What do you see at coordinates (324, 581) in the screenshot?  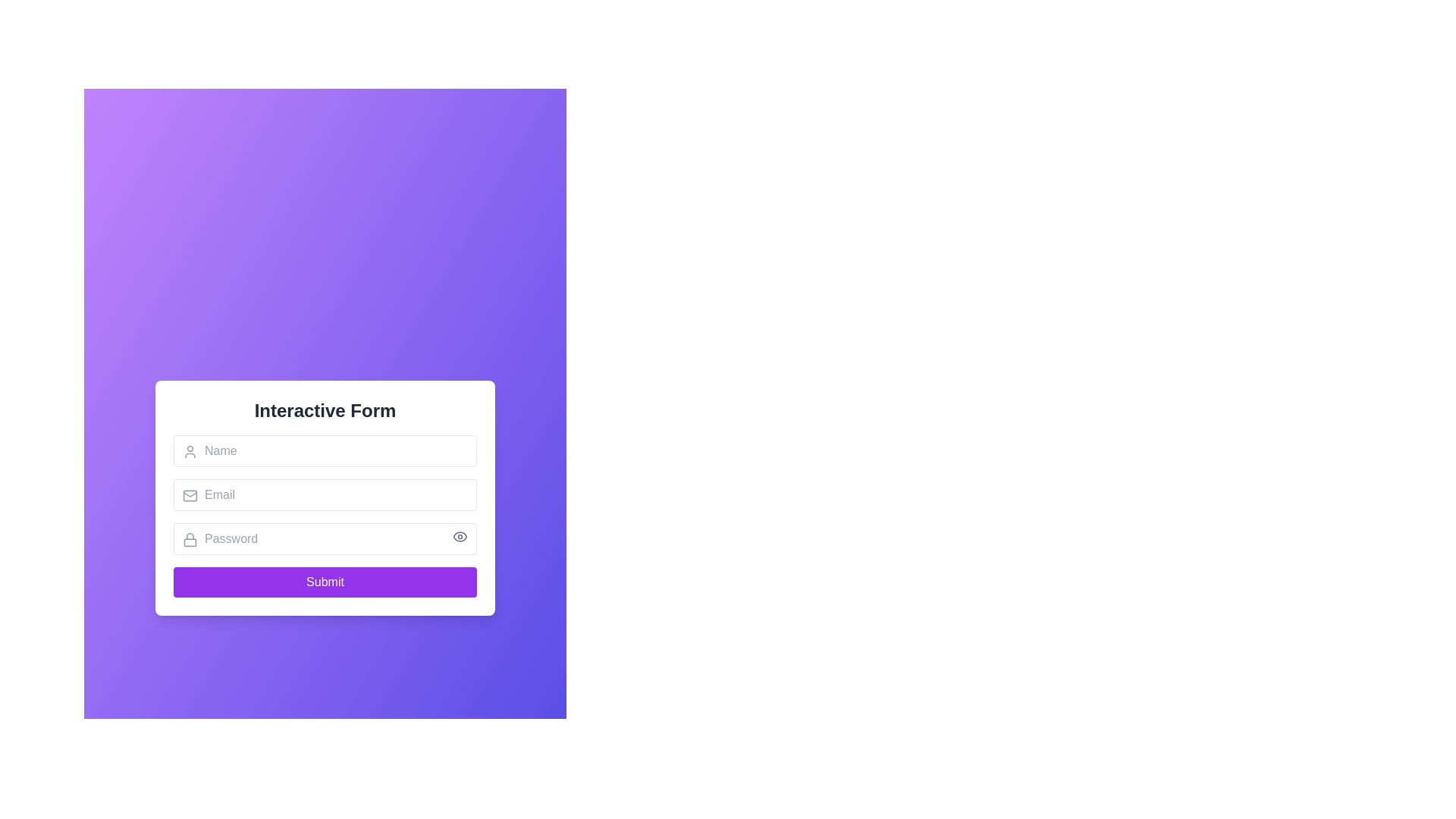 I see `the submission button located at the bottom of the form` at bounding box center [324, 581].